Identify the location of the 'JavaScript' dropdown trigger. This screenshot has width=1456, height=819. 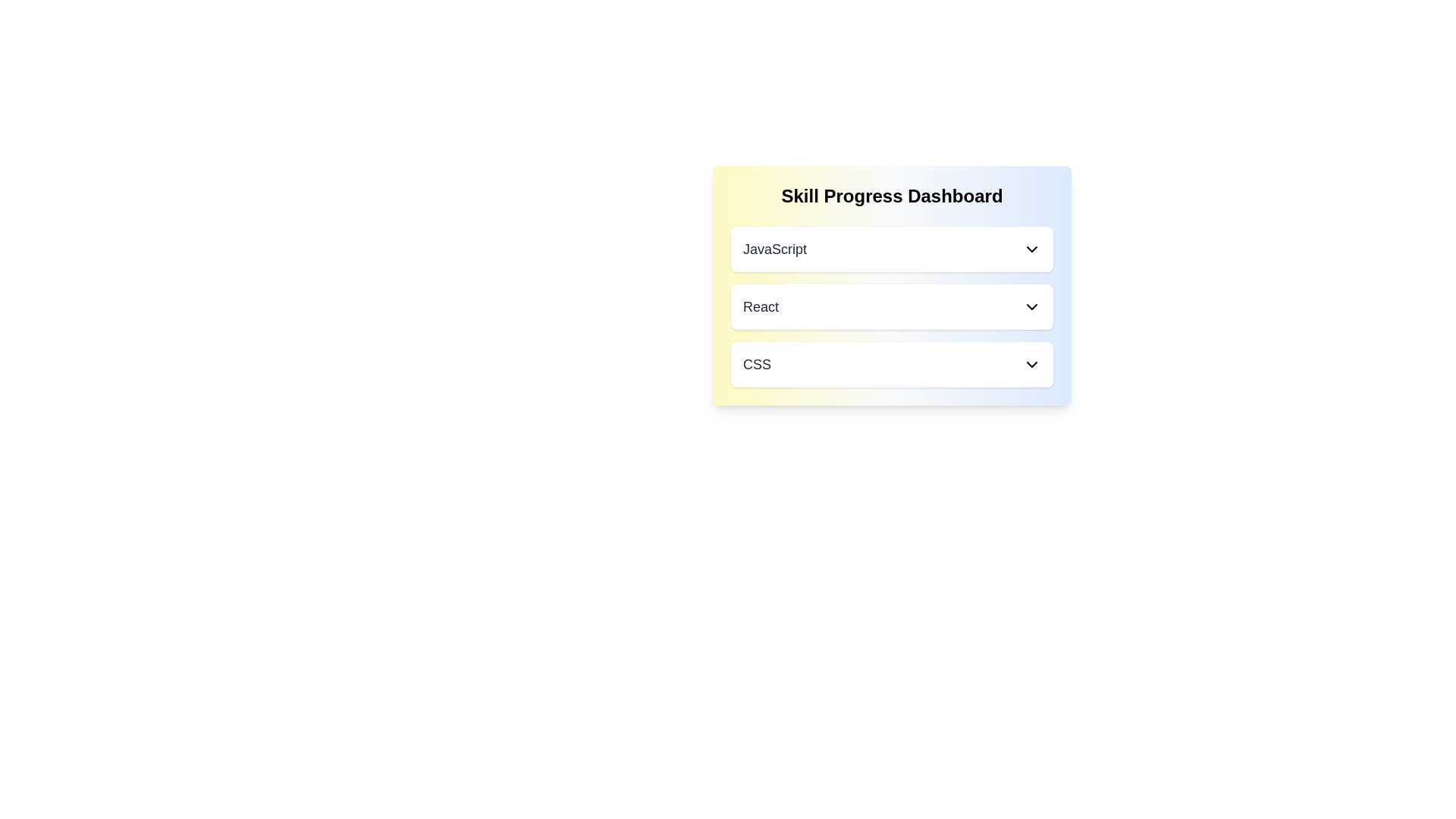
(892, 248).